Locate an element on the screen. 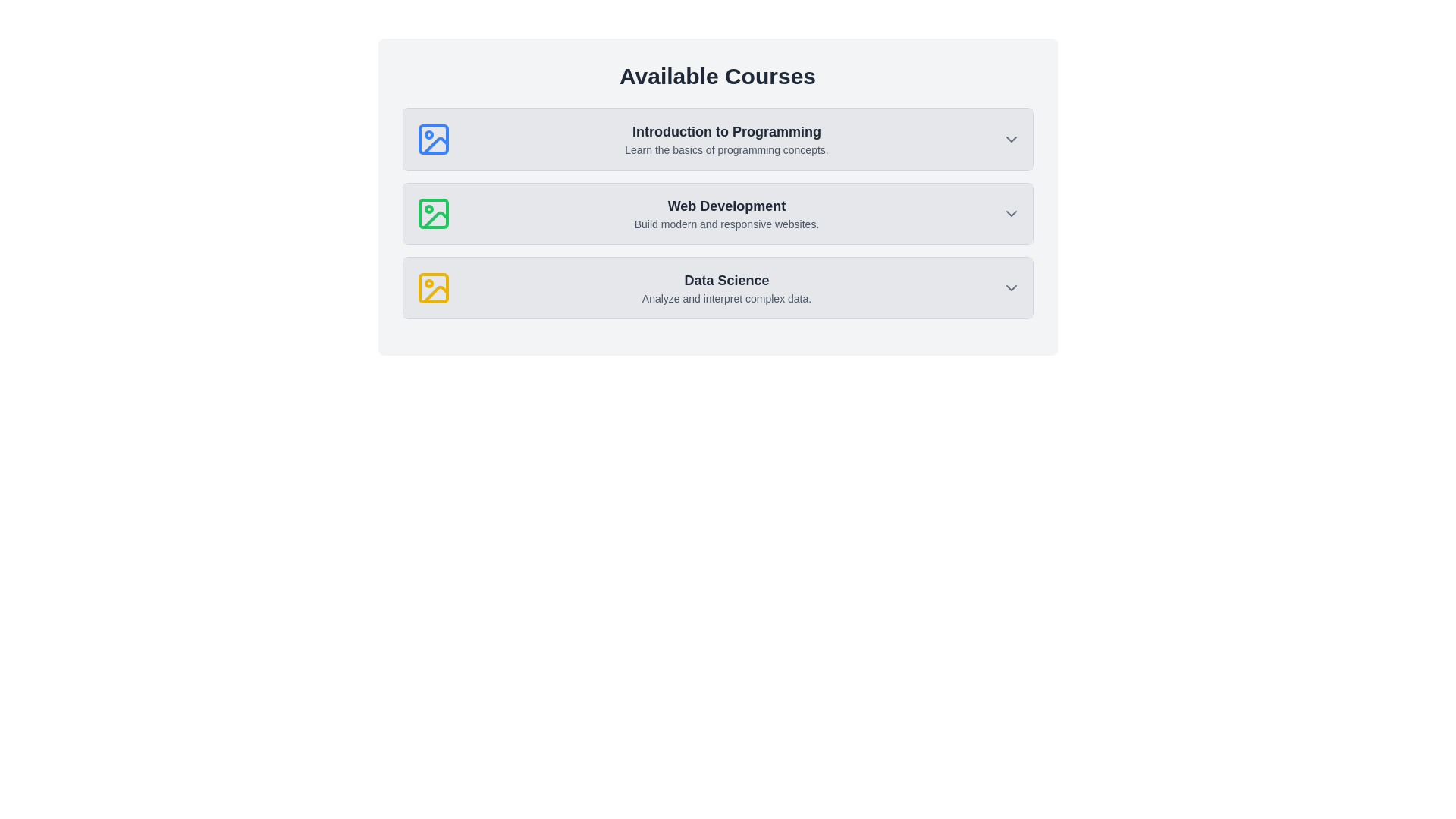 The width and height of the screenshot is (1456, 819). the 'Data Science' course selection list item, which features a bold title and a lighter subtitle, located in the third row of the course selection area is located at coordinates (726, 288).